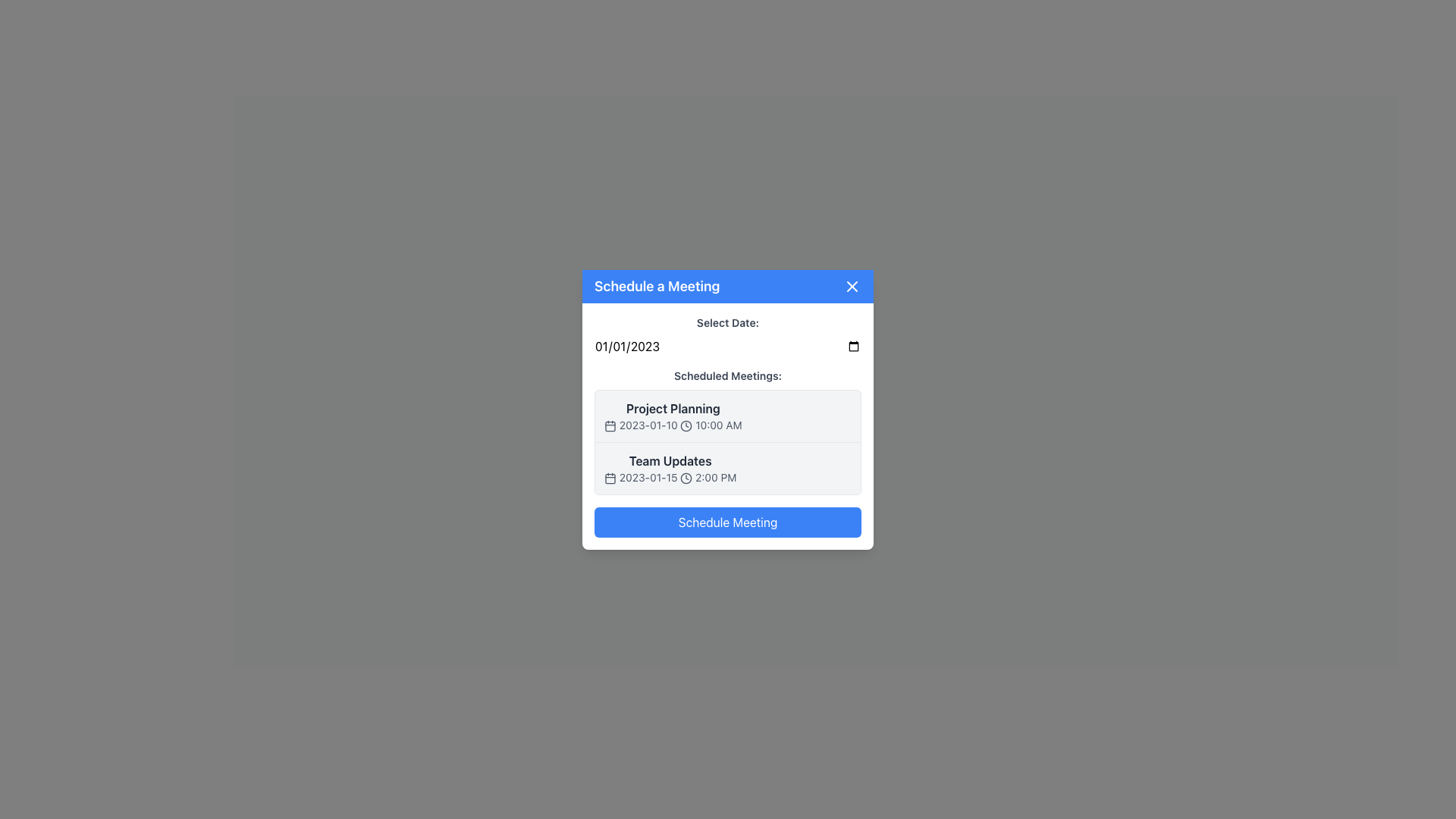 This screenshot has height=819, width=1456. I want to click on the compact clock icon located slightly to the left of '2:00 PM' in the 'Team Updates' entry within the 'Scheduled Meetings' section of the 'Schedule a Meeting' modal, so click(686, 478).